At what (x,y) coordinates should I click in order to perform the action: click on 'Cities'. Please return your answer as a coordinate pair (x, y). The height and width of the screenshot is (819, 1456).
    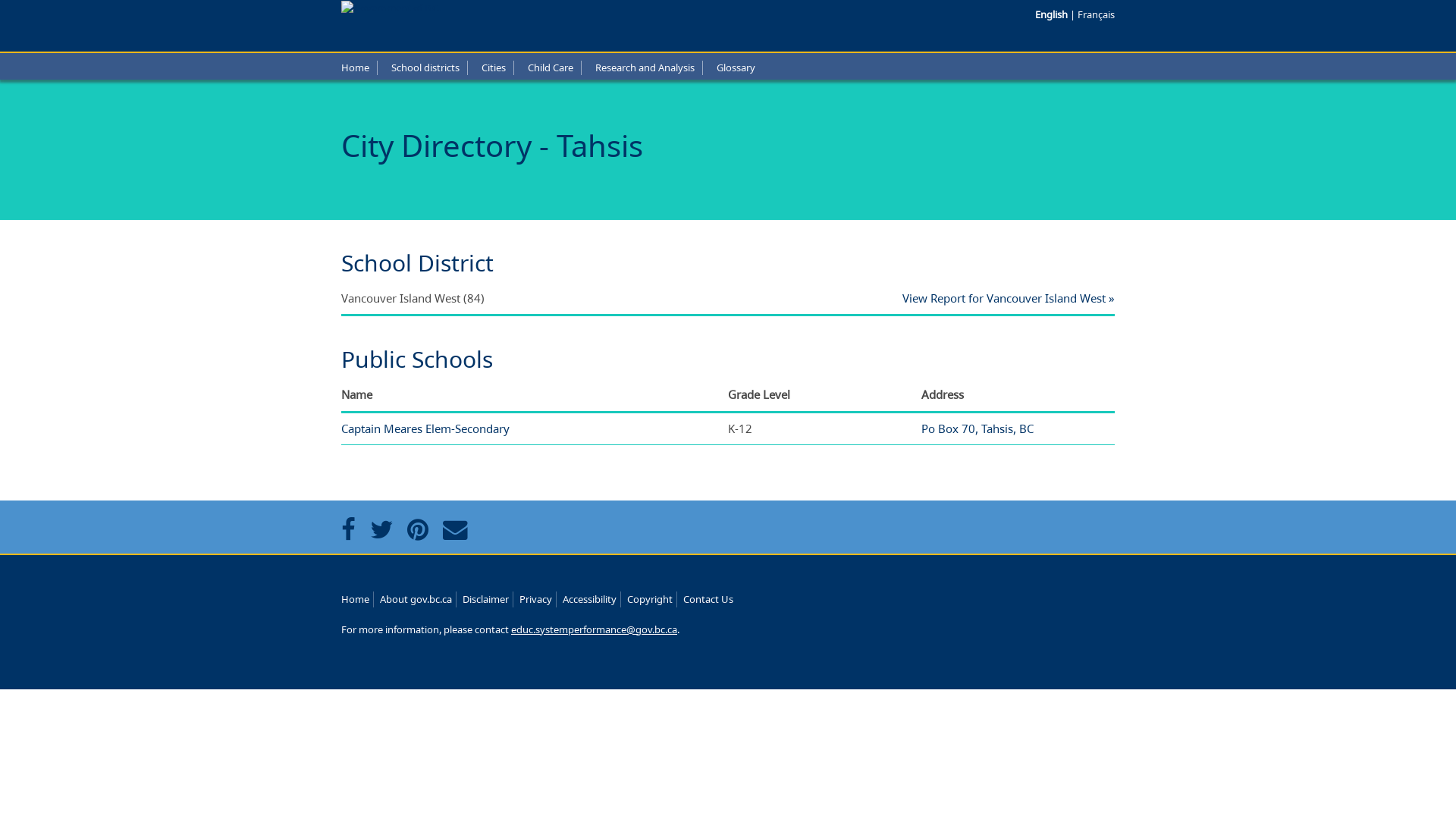
    Looking at the image, I should click on (494, 66).